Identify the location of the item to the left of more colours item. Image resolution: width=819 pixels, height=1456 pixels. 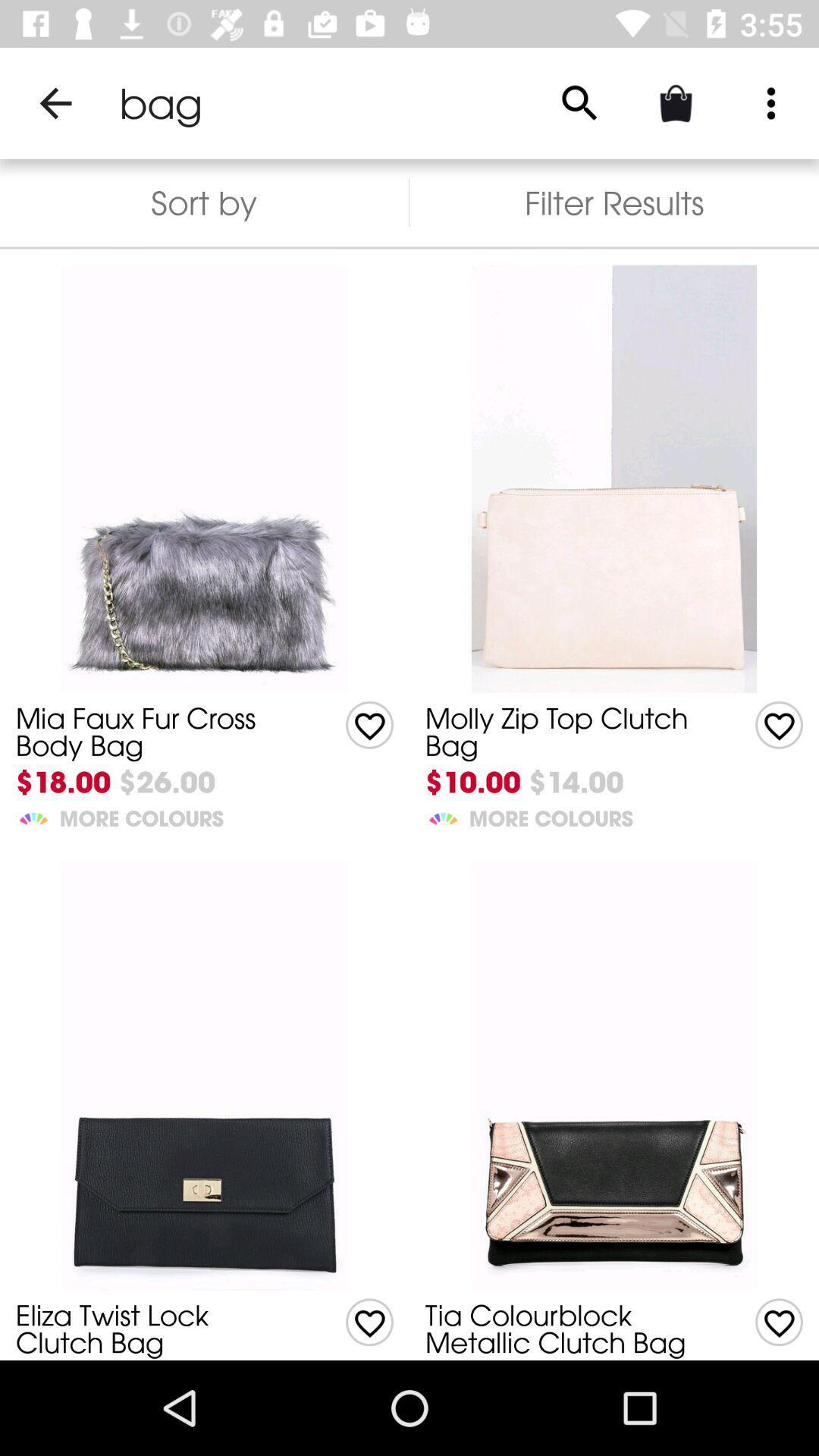
(443, 814).